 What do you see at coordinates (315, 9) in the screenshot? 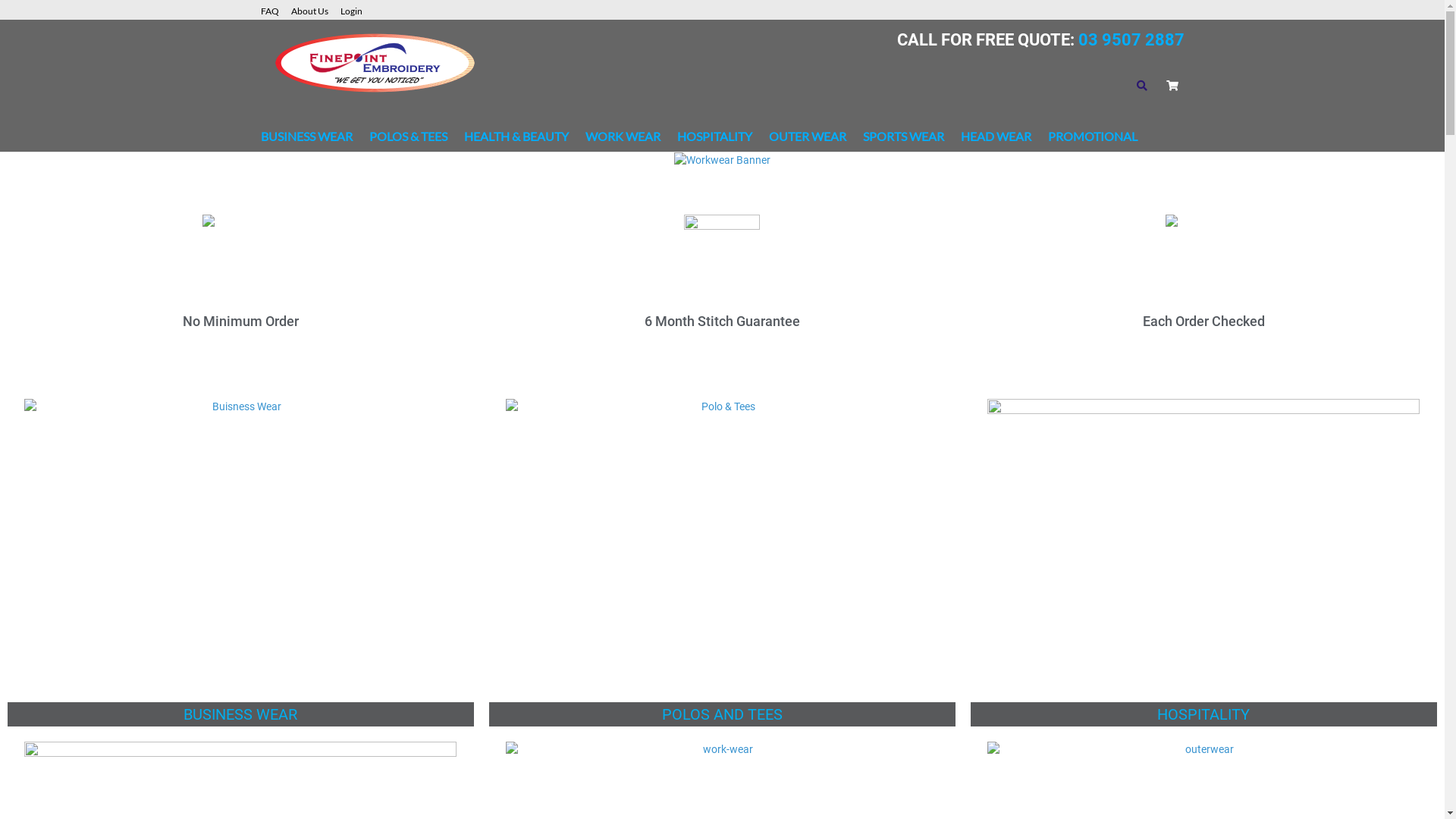
I see `'About Us'` at bounding box center [315, 9].